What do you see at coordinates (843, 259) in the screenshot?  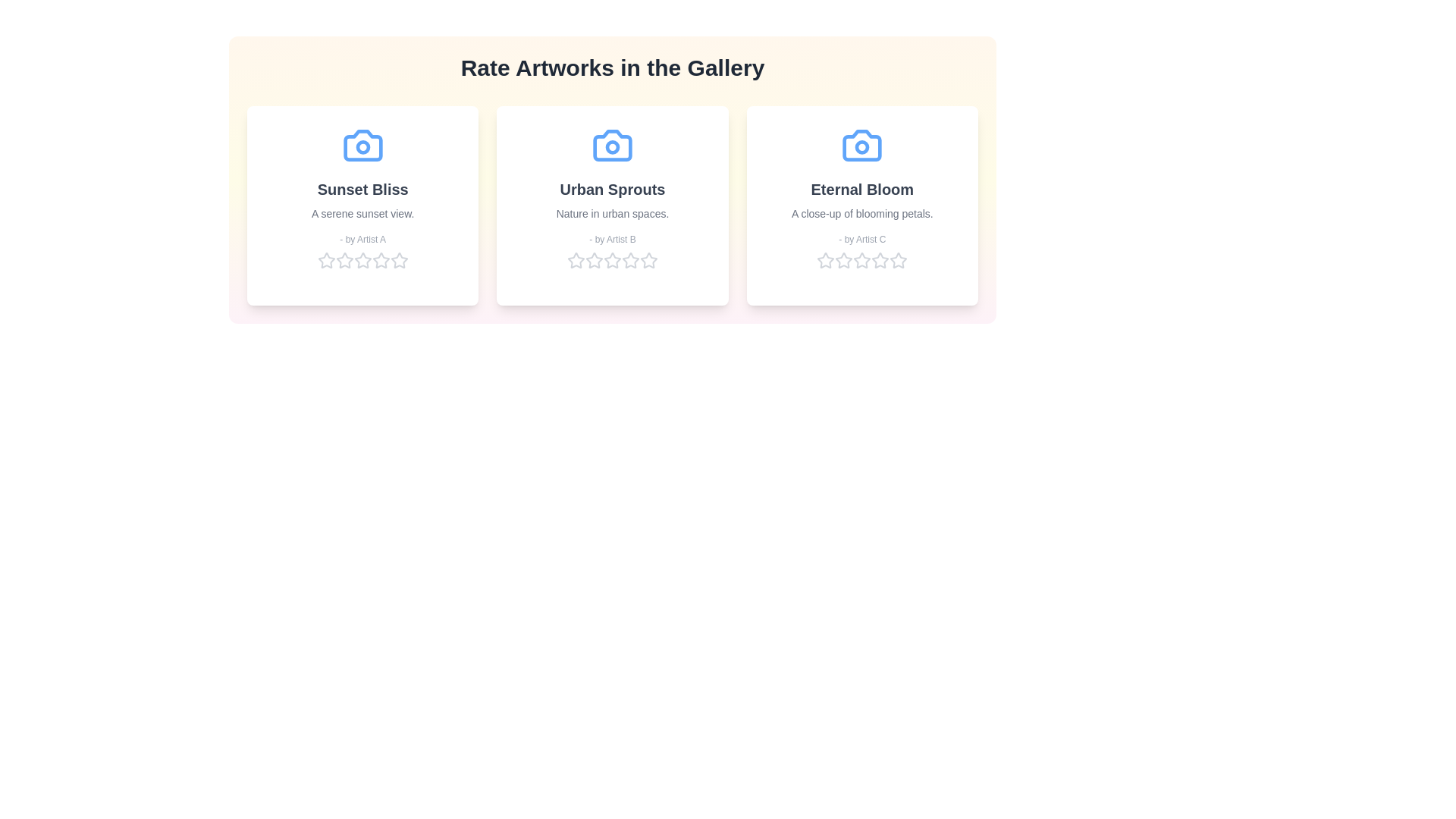 I see `the star corresponding to 2 for the artwork 'Eternal Bloom' to set its rating` at bounding box center [843, 259].